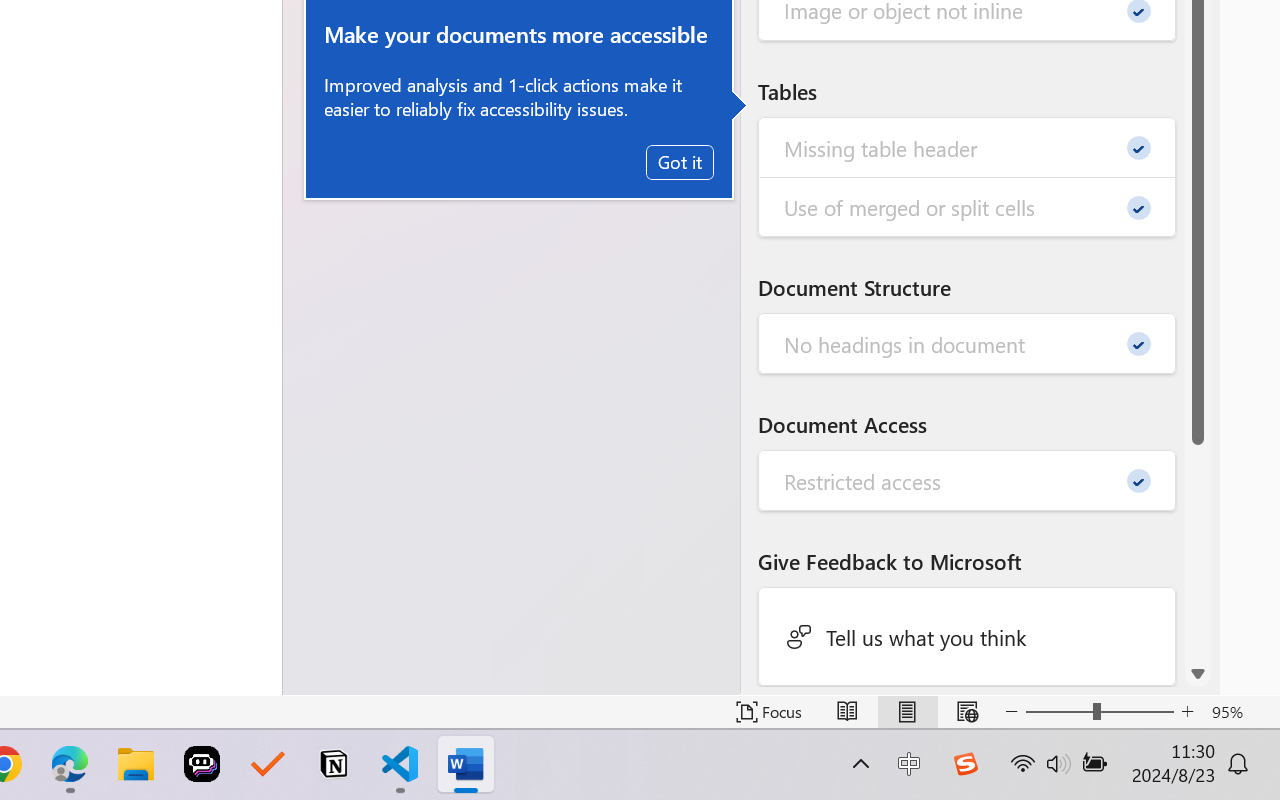 Image resolution: width=1280 pixels, height=800 pixels. What do you see at coordinates (1198, 674) in the screenshot?
I see `'Line down'` at bounding box center [1198, 674].